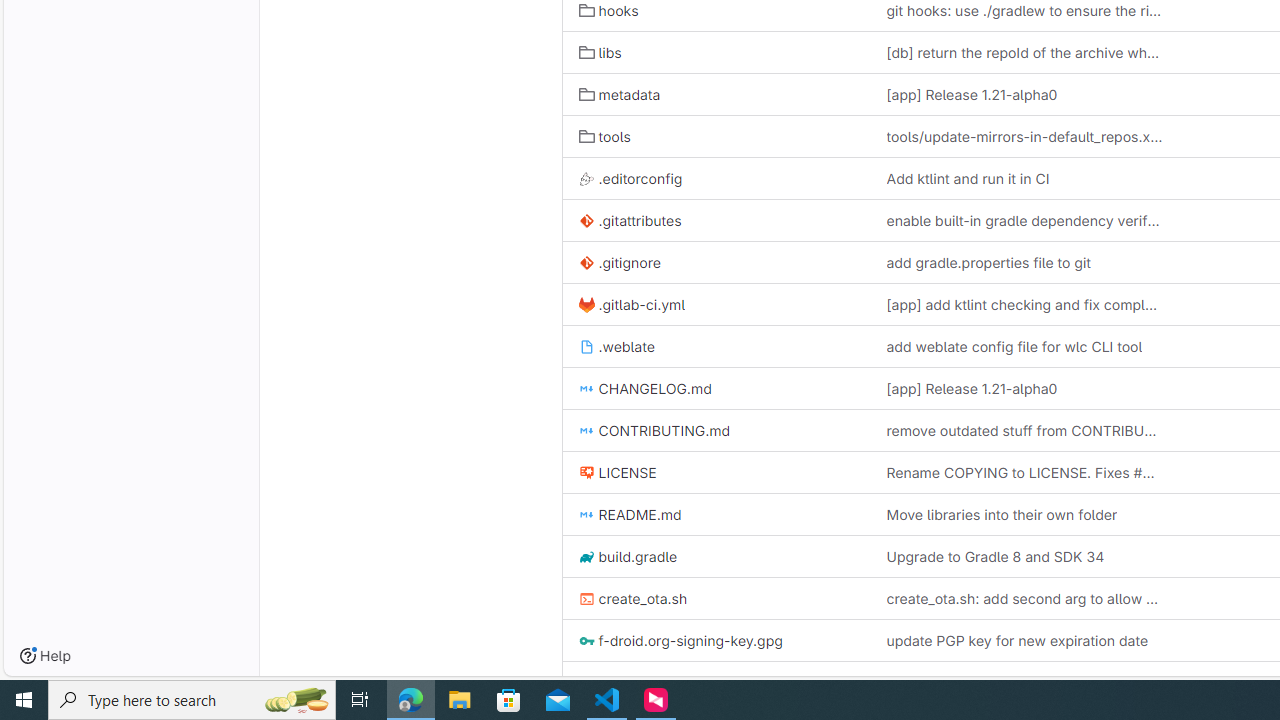  Describe the element at coordinates (1024, 177) in the screenshot. I see `'Add ktlint and run it in CI'` at that location.